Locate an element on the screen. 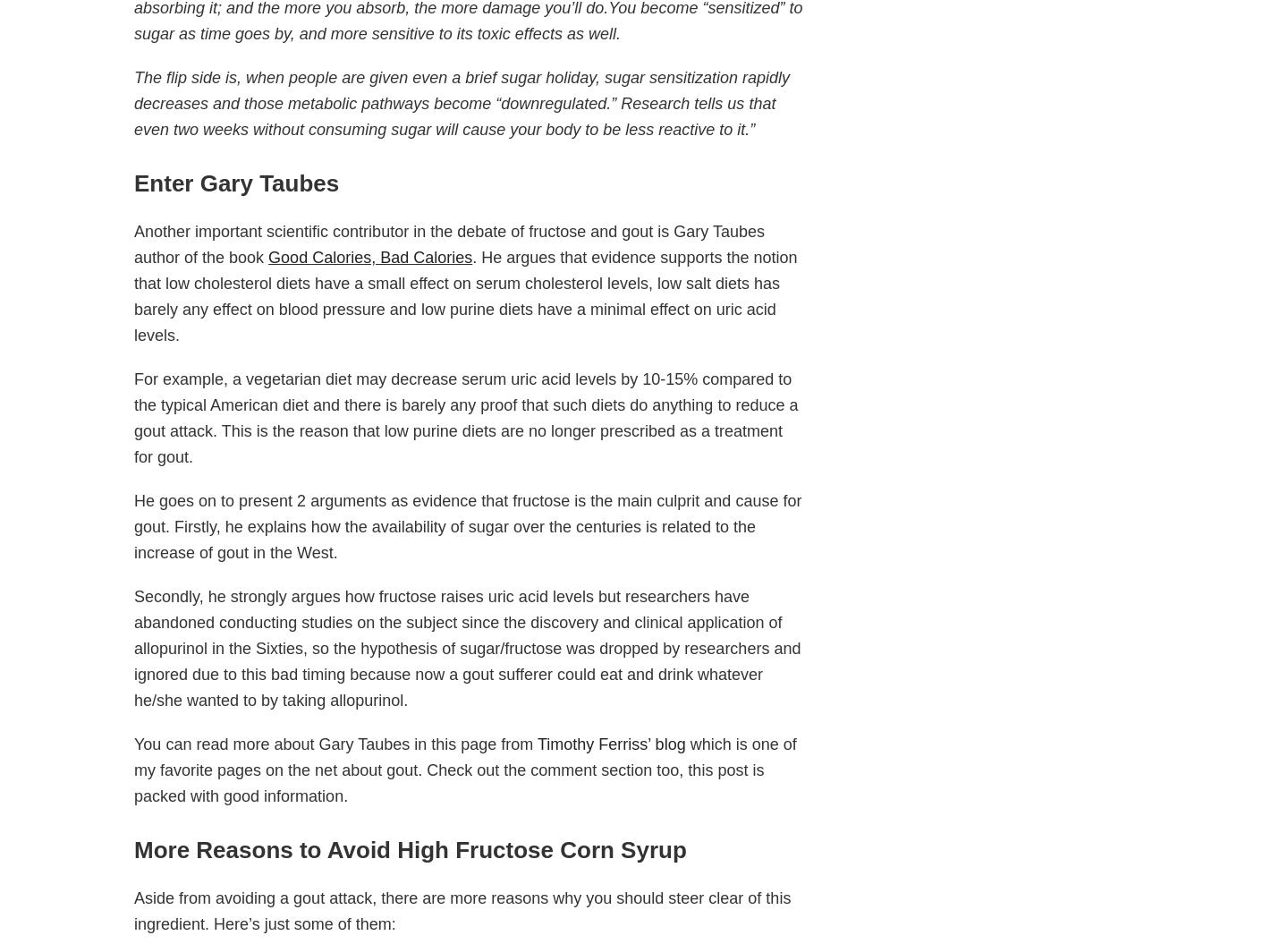 This screenshot has height=944, width=1288. 'The flip side is, when people are given even a brief sugar holiday, sugar sensitization rapidly decreases and those metabolic pathways become “downregulated.” Research tells us that even two weeks without consuming sugar will cause your body to be less reactive to it.”' is located at coordinates (133, 103).